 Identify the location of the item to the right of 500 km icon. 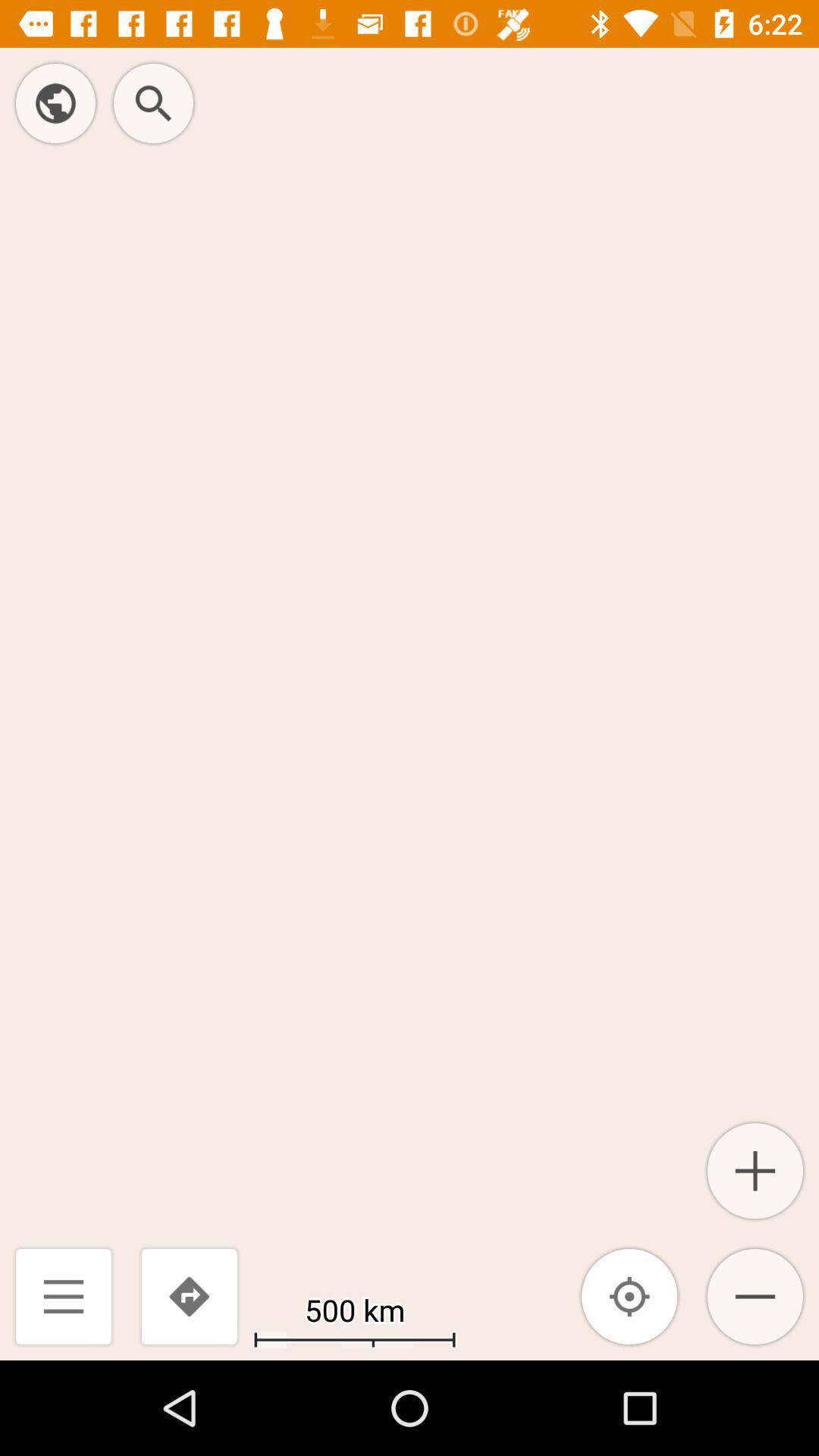
(629, 1295).